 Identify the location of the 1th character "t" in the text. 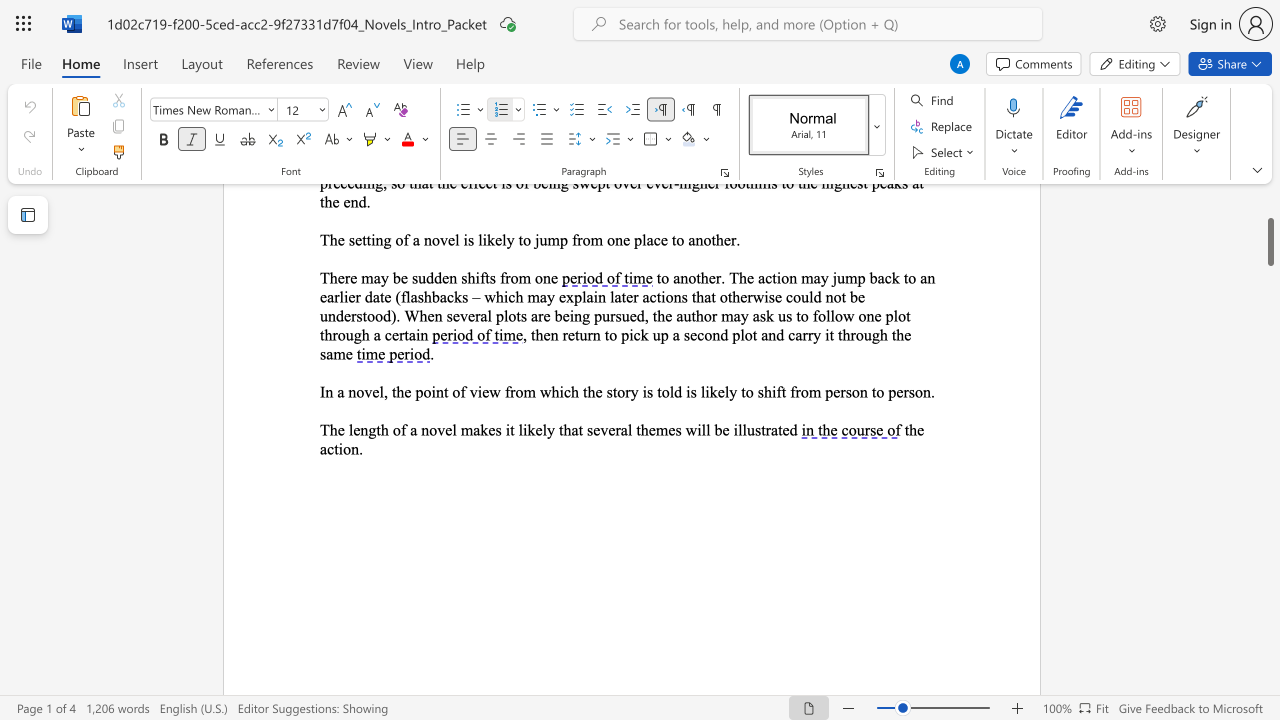
(905, 428).